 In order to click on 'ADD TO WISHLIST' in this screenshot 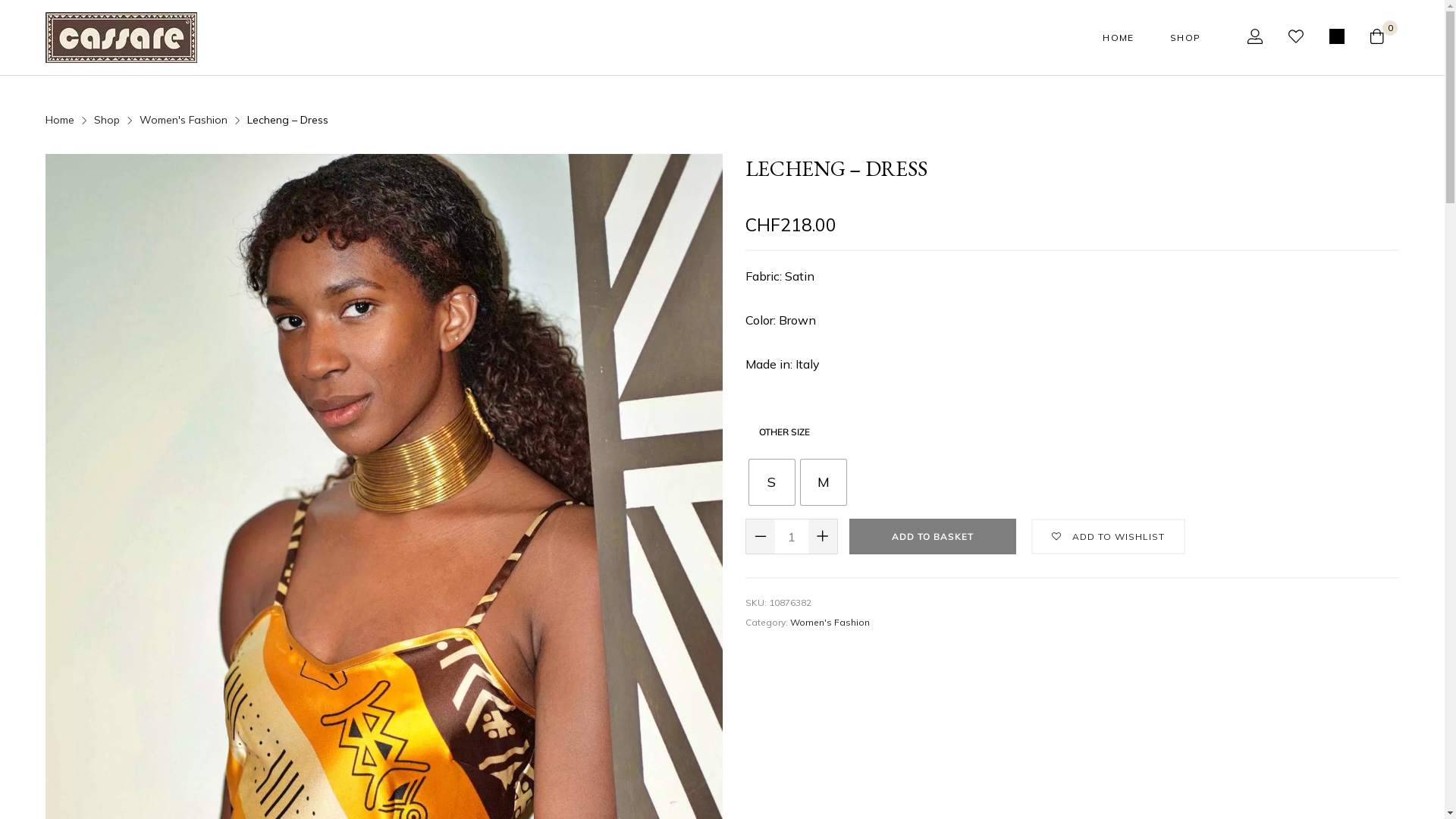, I will do `click(1107, 535)`.